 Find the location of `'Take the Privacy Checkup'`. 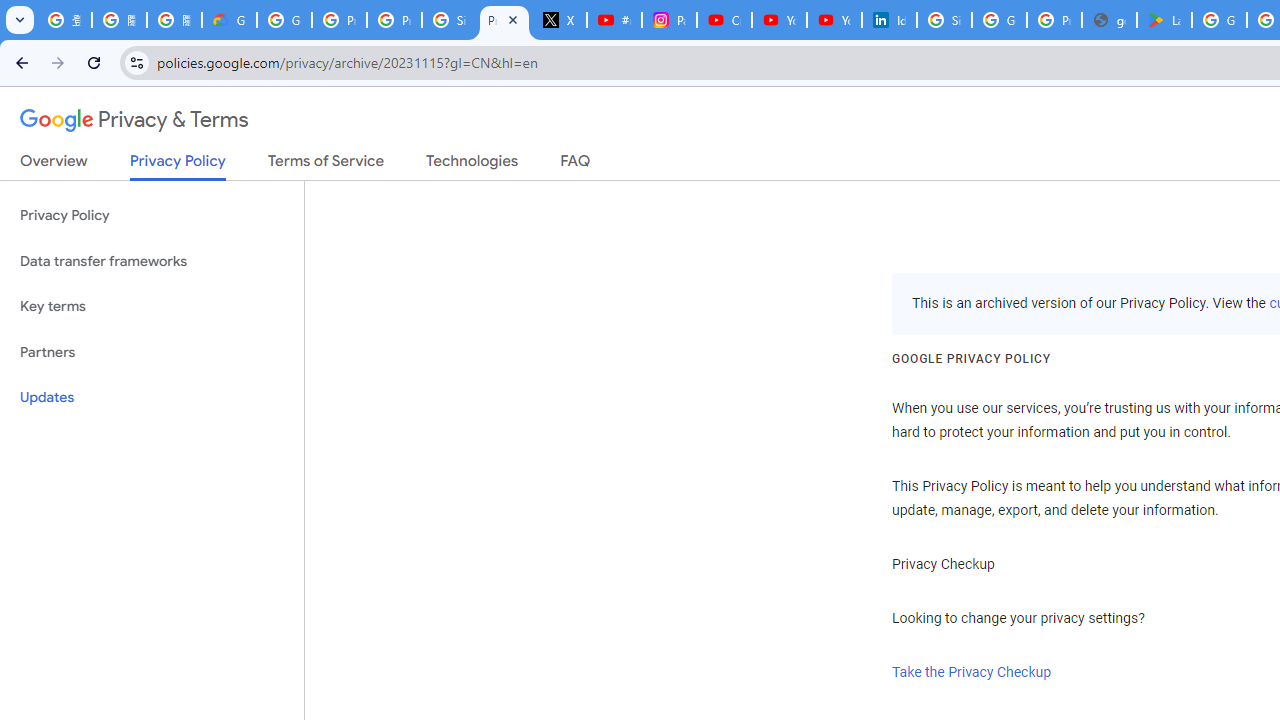

'Take the Privacy Checkup' is located at coordinates (972, 672).